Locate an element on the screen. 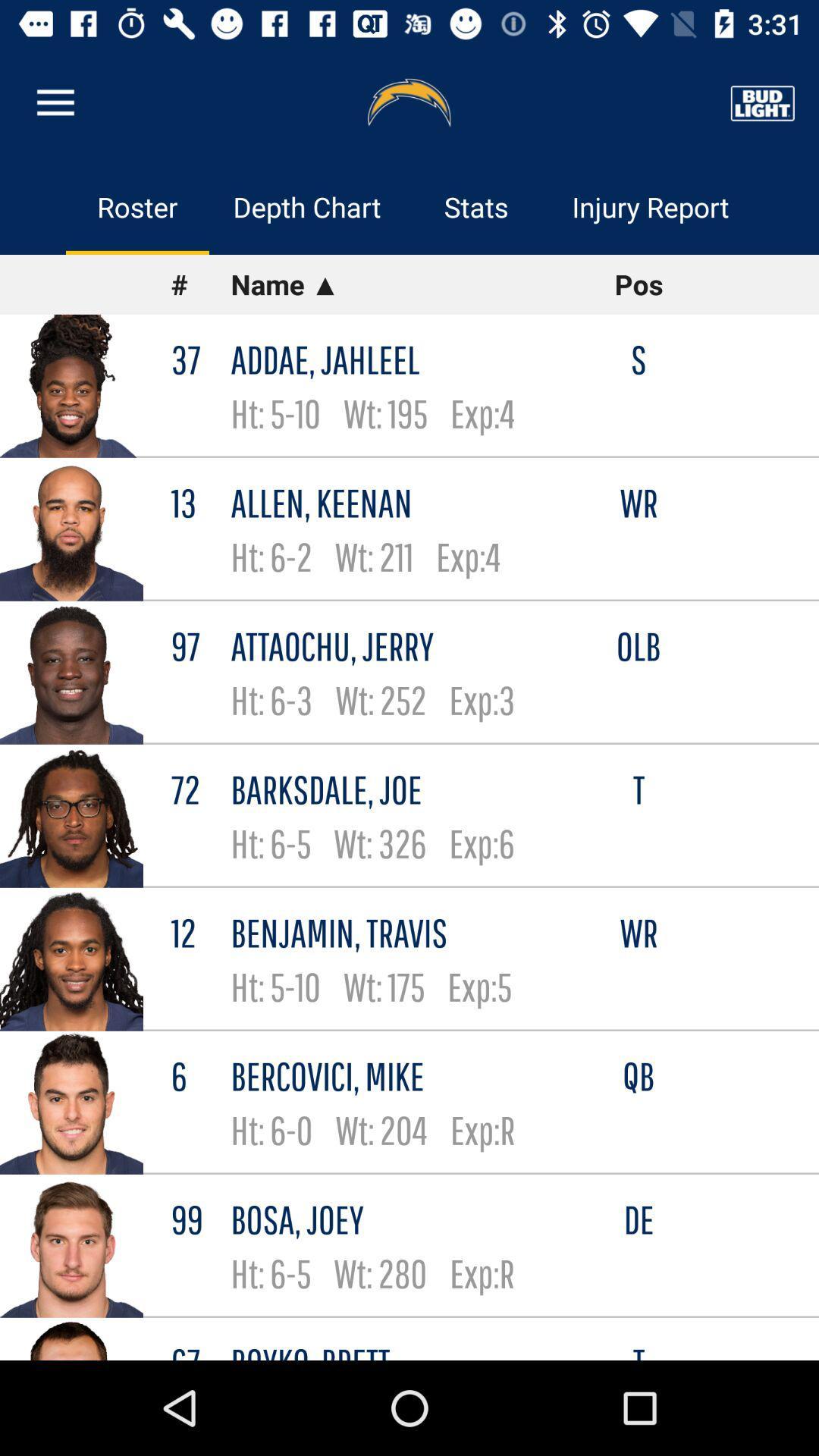 This screenshot has width=819, height=1456. the icon below the roster is located at coordinates (200, 284).